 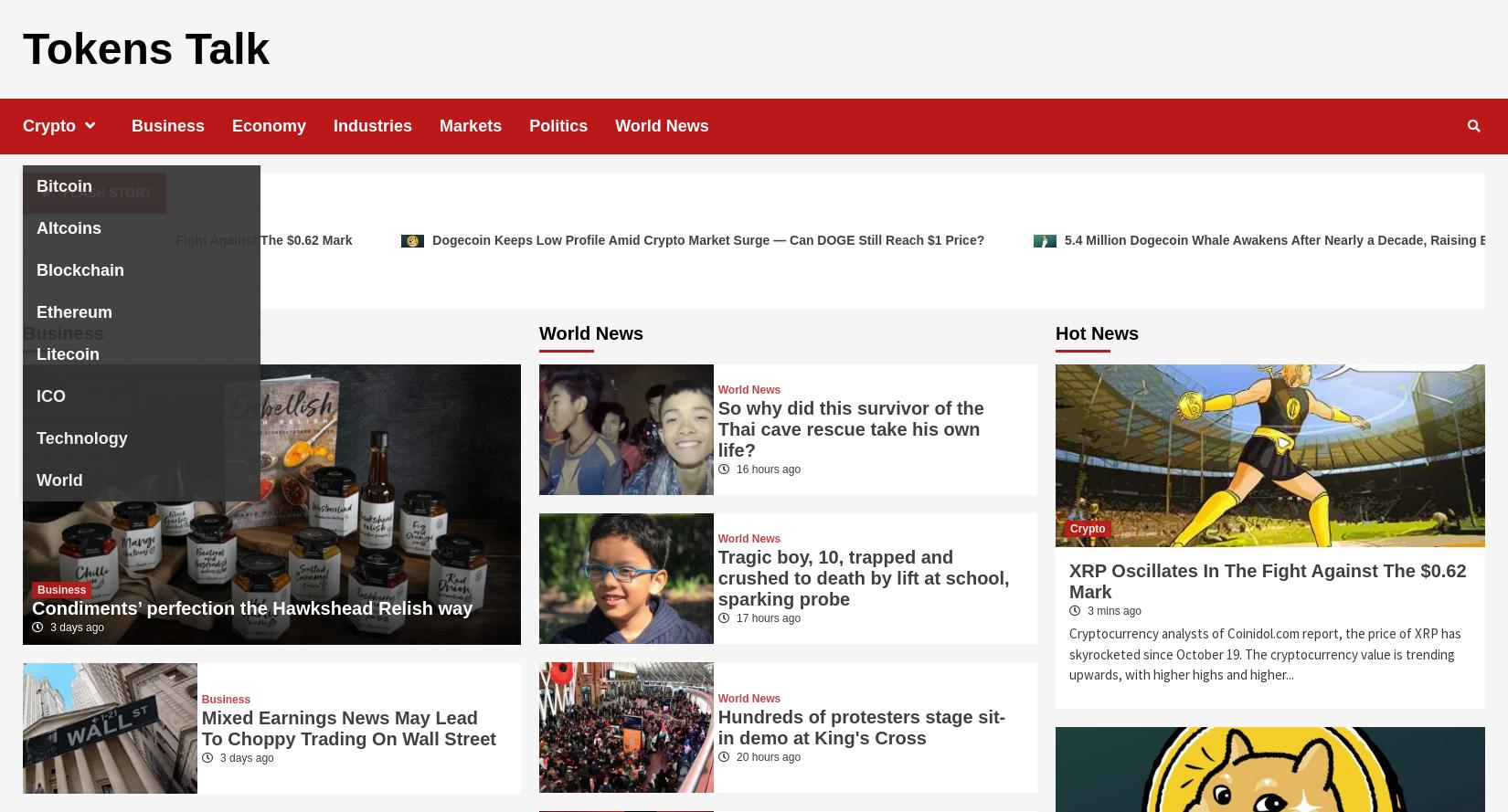 I want to click on 'Flash Story', so click(x=61, y=191).